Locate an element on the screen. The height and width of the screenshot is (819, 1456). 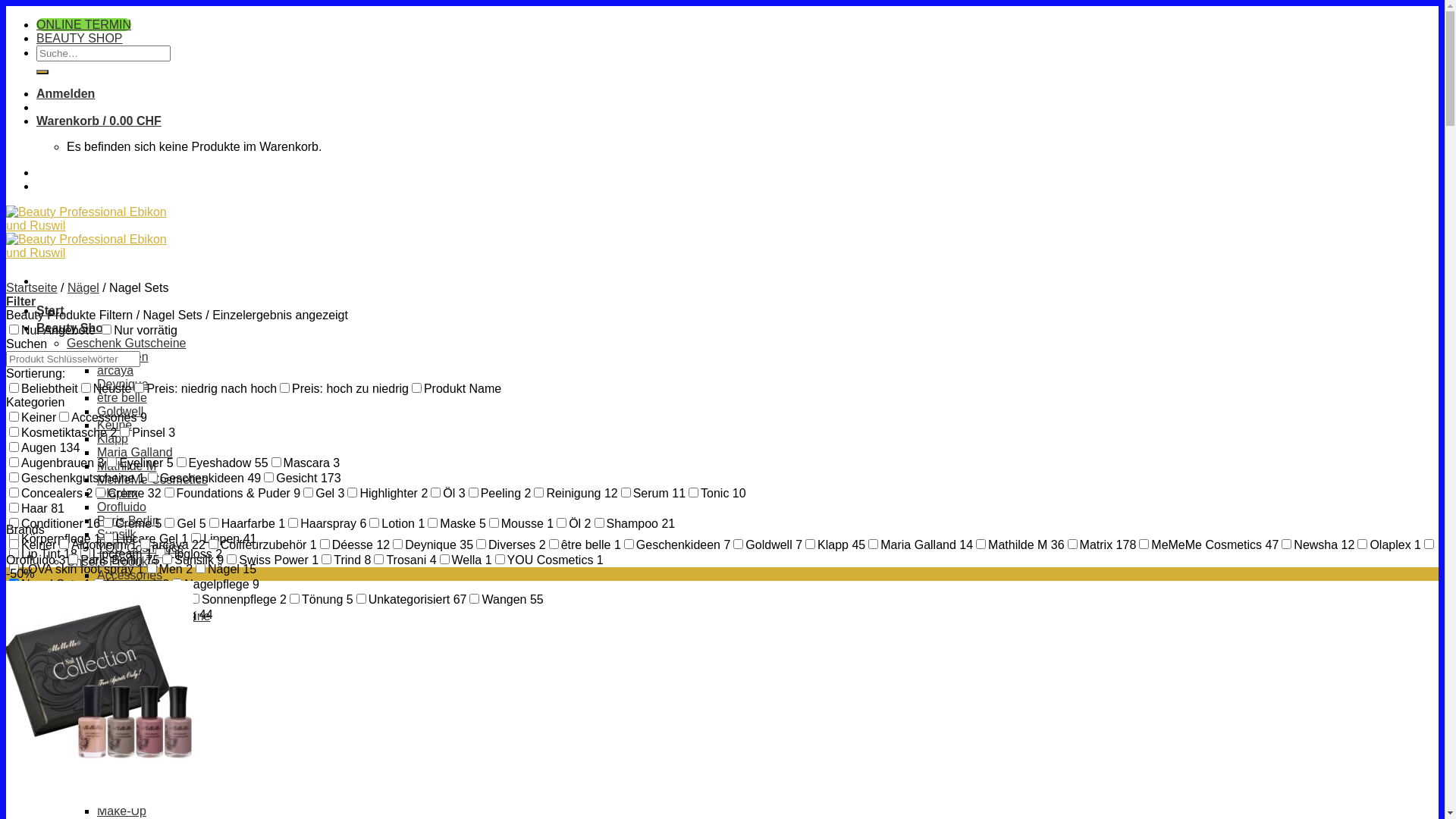
'Skip to content' is located at coordinates (5, 5).